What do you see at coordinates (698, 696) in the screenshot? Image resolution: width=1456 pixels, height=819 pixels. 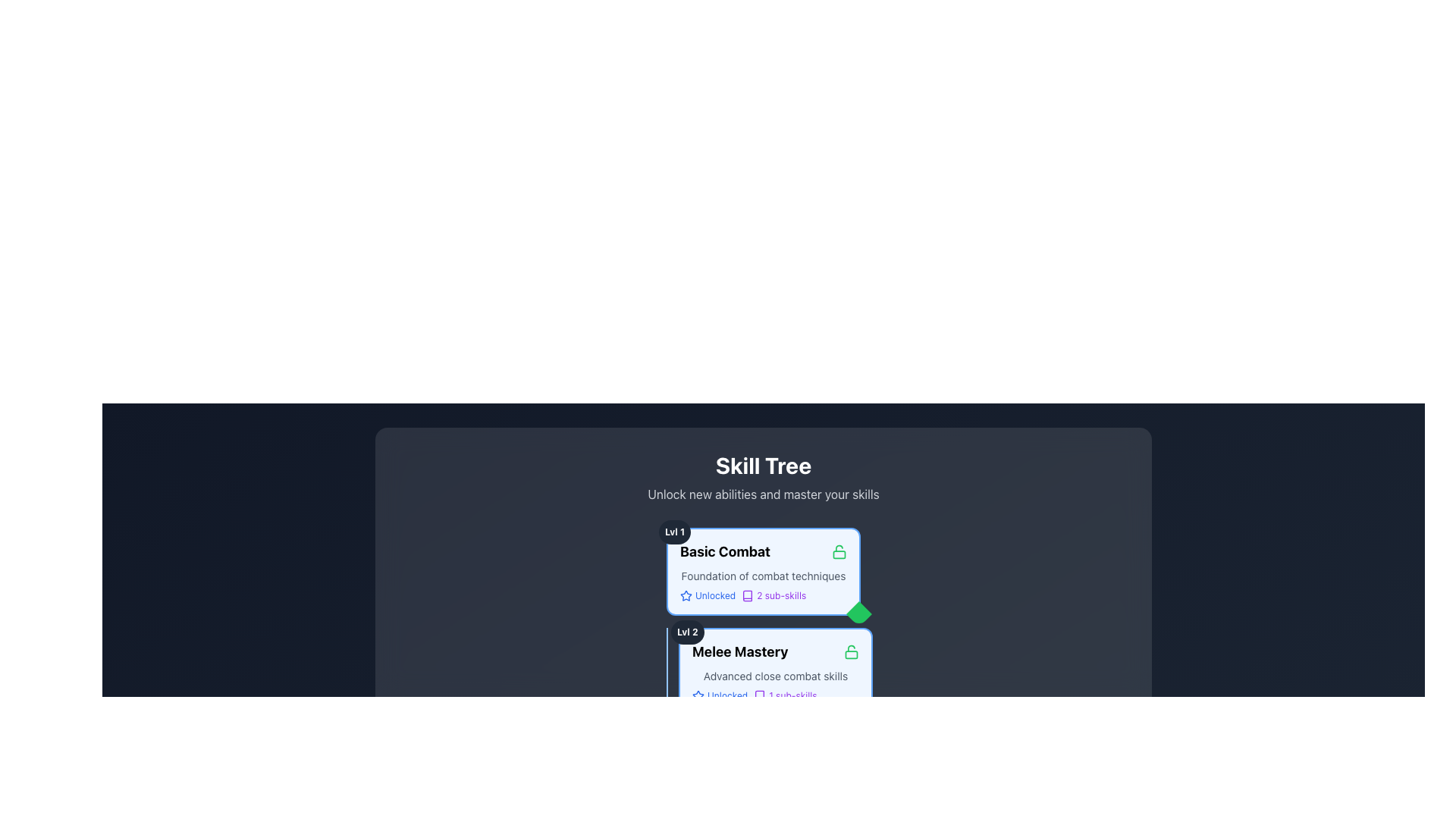 I see `the blue outlined star icon located to the left of the text 'Unlocked' within the 'Basic Combat' skill card` at bounding box center [698, 696].